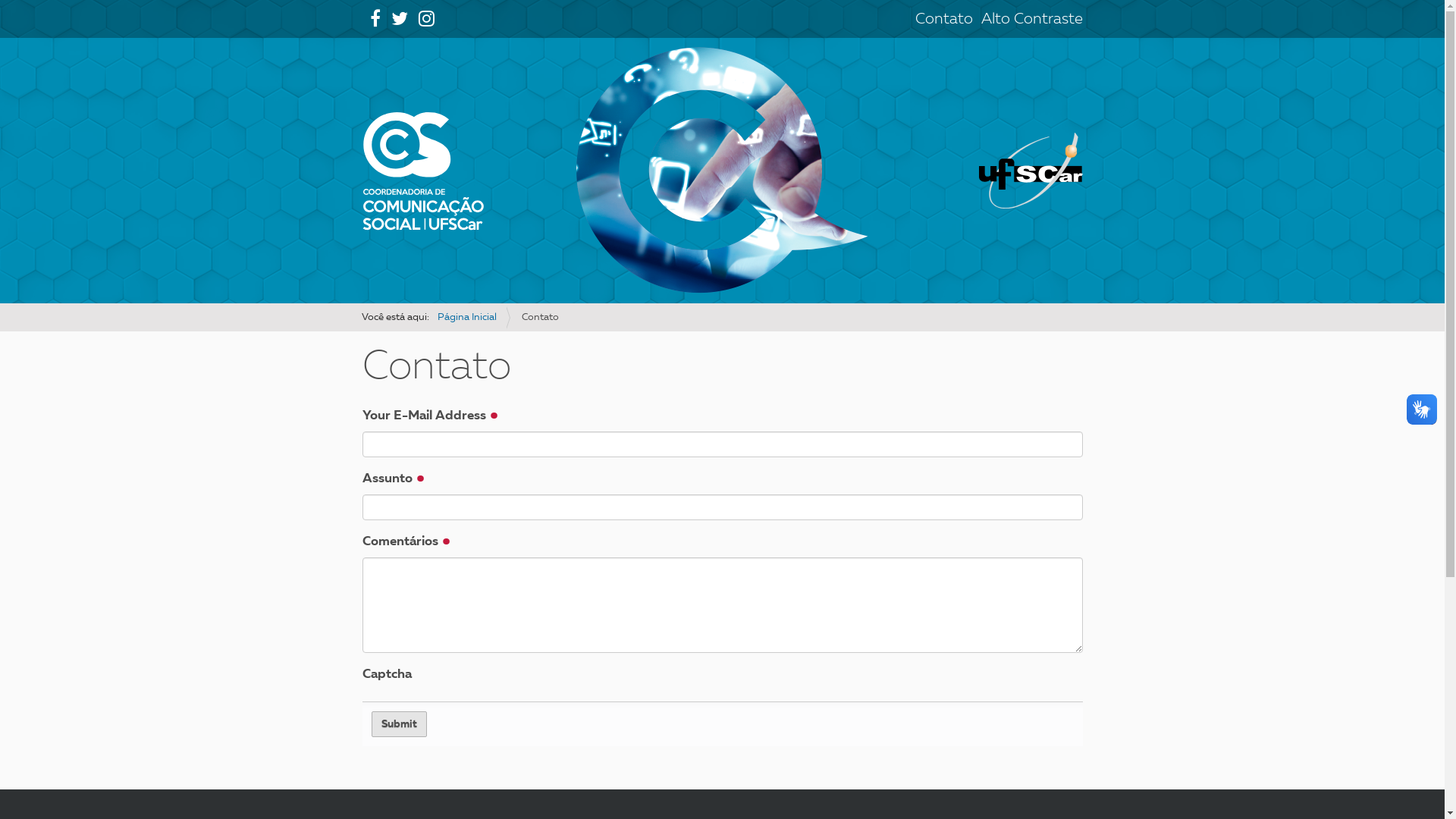  Describe the element at coordinates (981, 20) in the screenshot. I see `'Alto Contraste'` at that location.